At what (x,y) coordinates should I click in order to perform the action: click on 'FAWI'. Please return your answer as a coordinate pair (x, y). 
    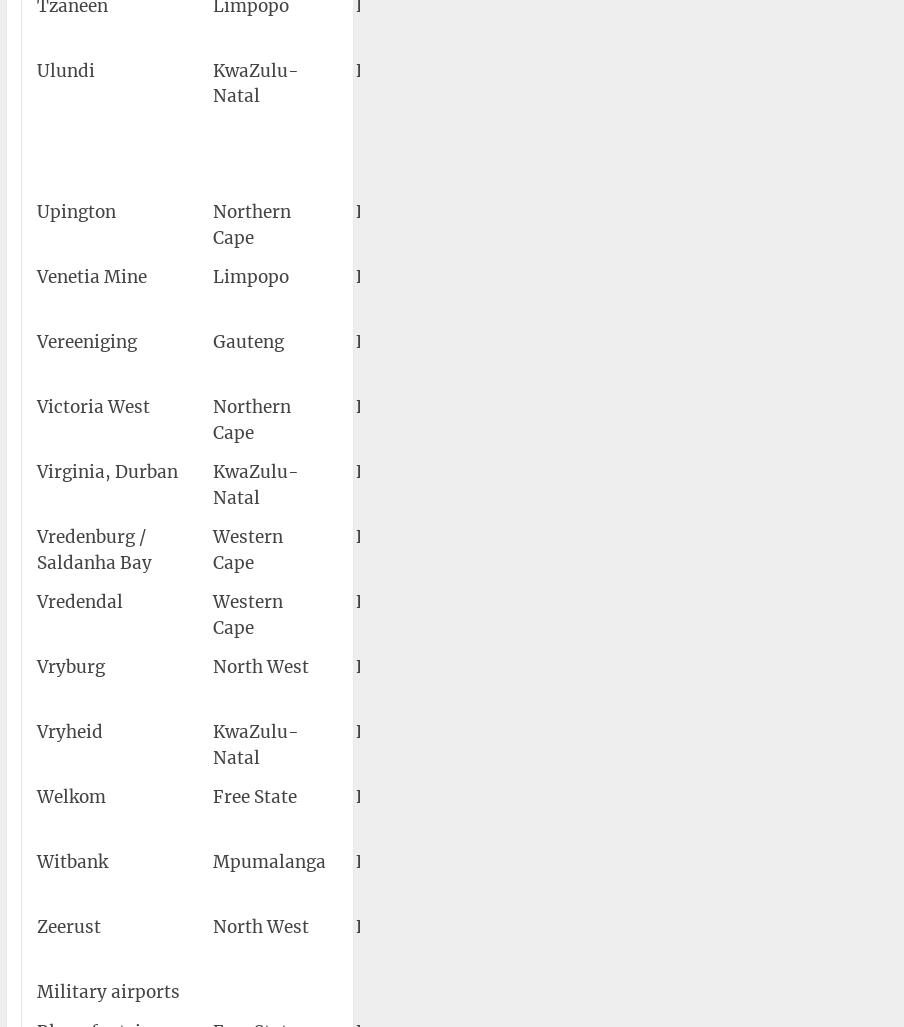
    Looking at the image, I should click on (354, 860).